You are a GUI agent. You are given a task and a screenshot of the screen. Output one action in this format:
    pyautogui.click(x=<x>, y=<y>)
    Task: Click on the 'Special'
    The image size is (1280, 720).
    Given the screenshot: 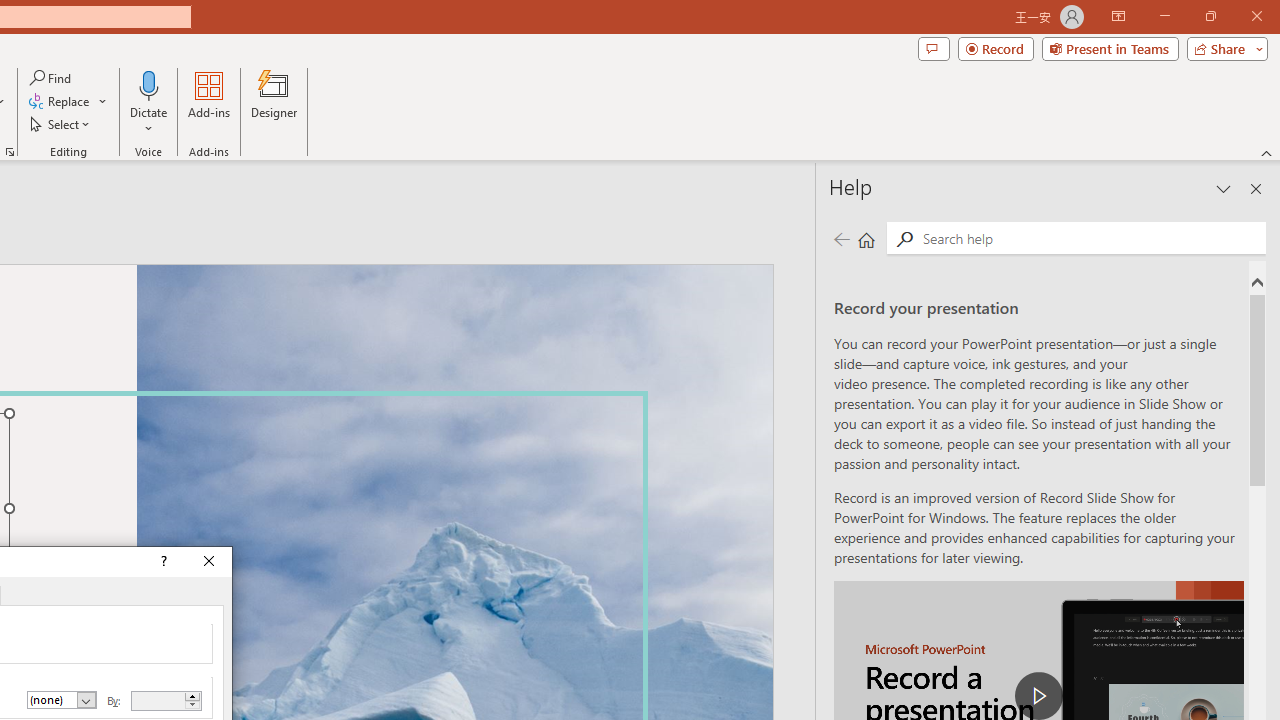 What is the action you would take?
    pyautogui.click(x=62, y=699)
    